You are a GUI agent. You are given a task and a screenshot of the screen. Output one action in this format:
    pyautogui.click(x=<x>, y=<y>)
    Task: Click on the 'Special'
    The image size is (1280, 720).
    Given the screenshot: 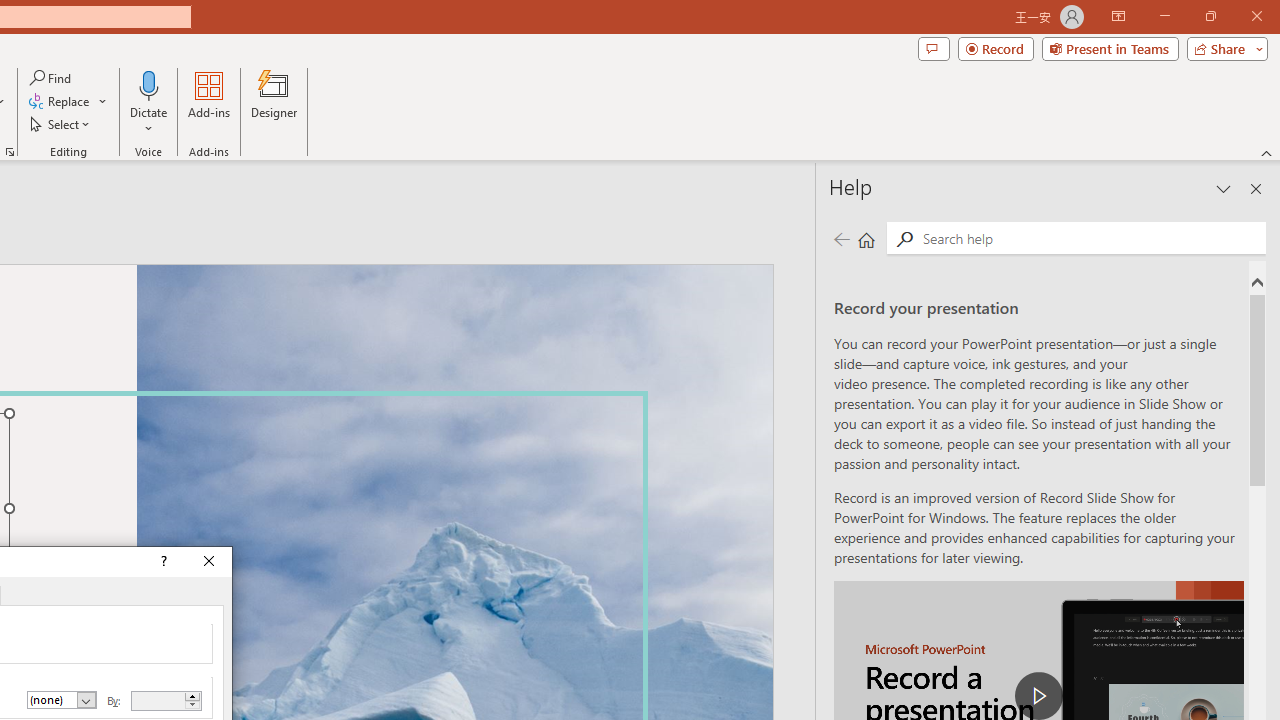 What is the action you would take?
    pyautogui.click(x=62, y=699)
    